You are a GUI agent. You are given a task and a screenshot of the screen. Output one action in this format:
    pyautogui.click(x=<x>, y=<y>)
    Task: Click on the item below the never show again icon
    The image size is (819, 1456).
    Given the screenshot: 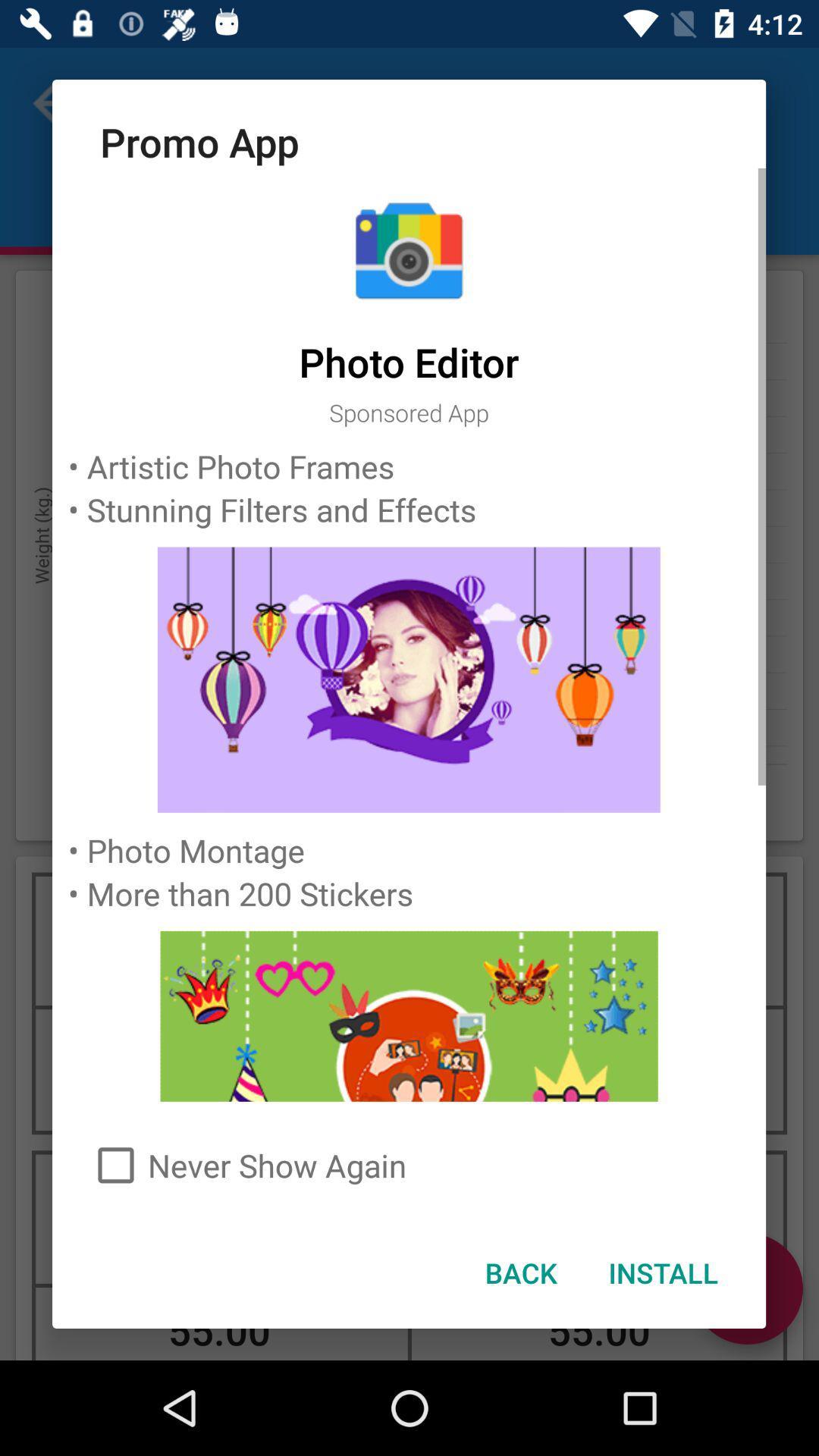 What is the action you would take?
    pyautogui.click(x=662, y=1272)
    